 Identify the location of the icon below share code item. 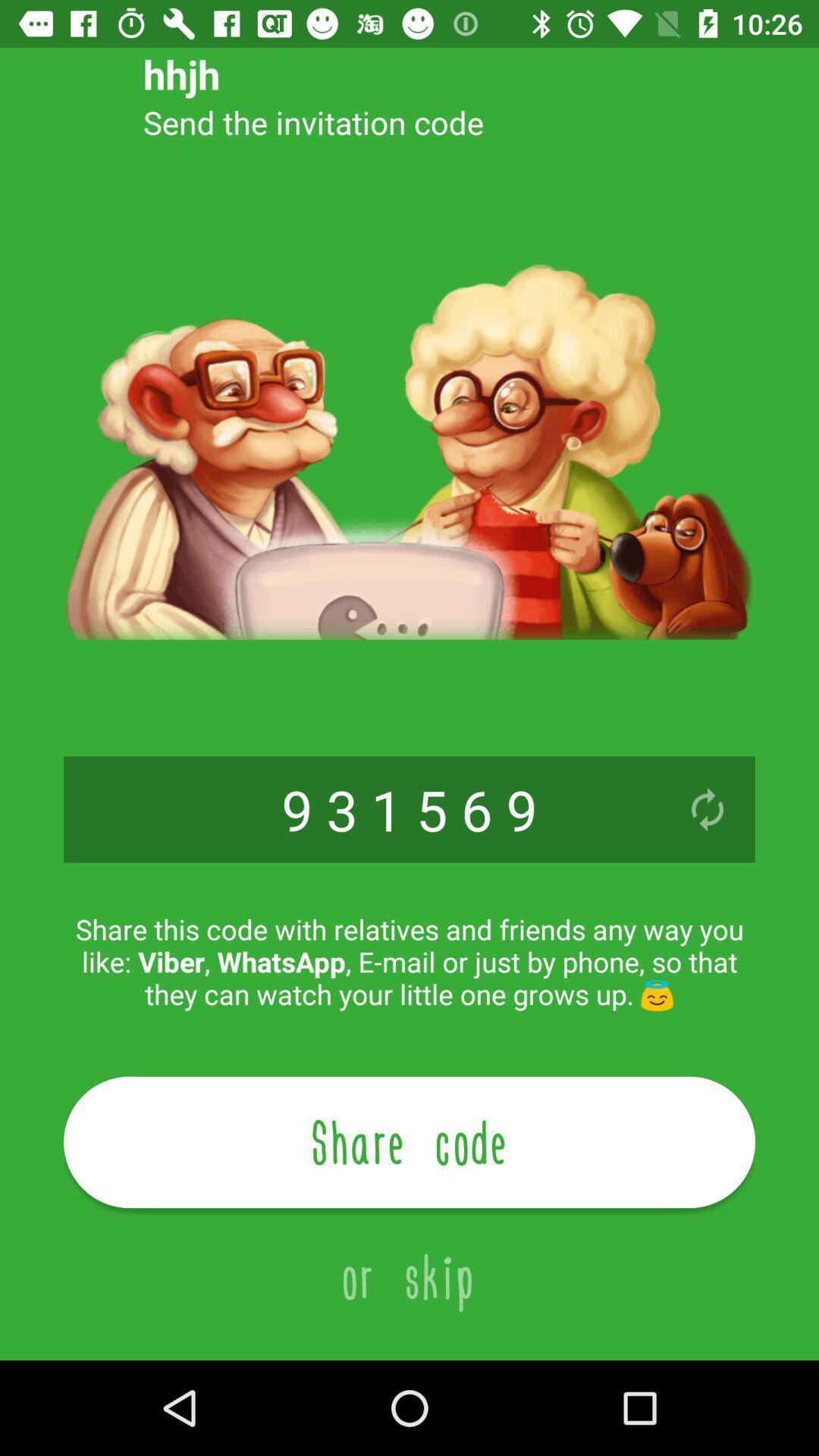
(409, 1260).